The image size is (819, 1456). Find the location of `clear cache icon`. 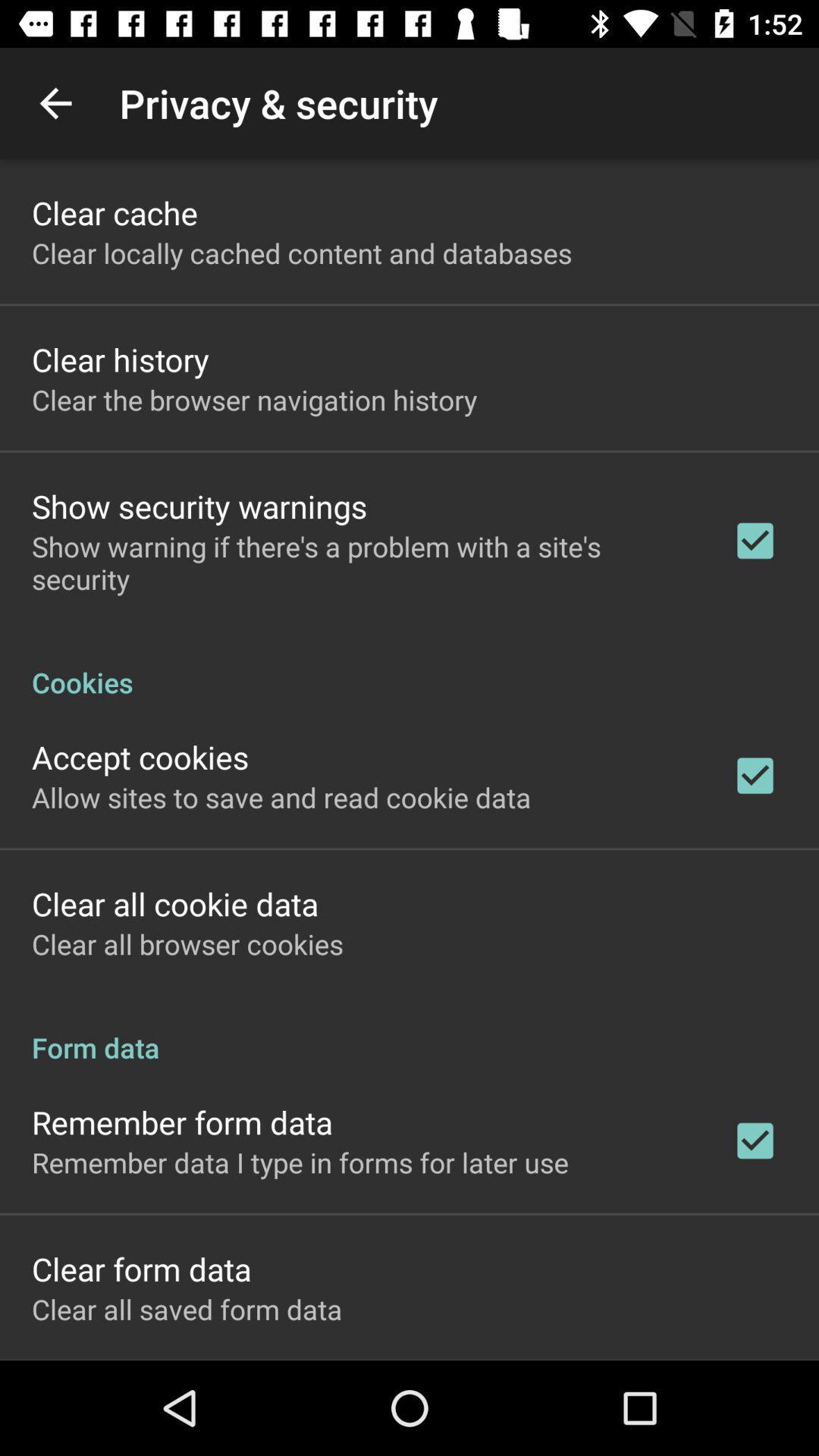

clear cache icon is located at coordinates (114, 212).